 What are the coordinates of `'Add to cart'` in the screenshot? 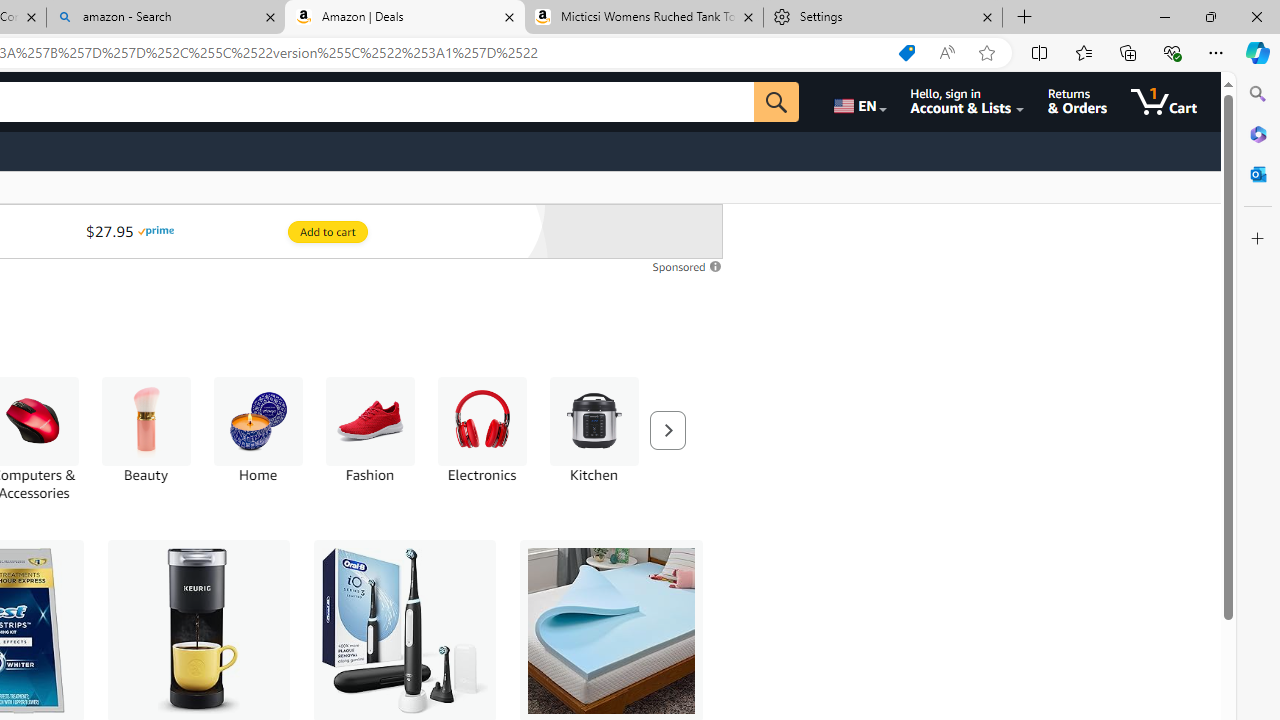 It's located at (327, 230).